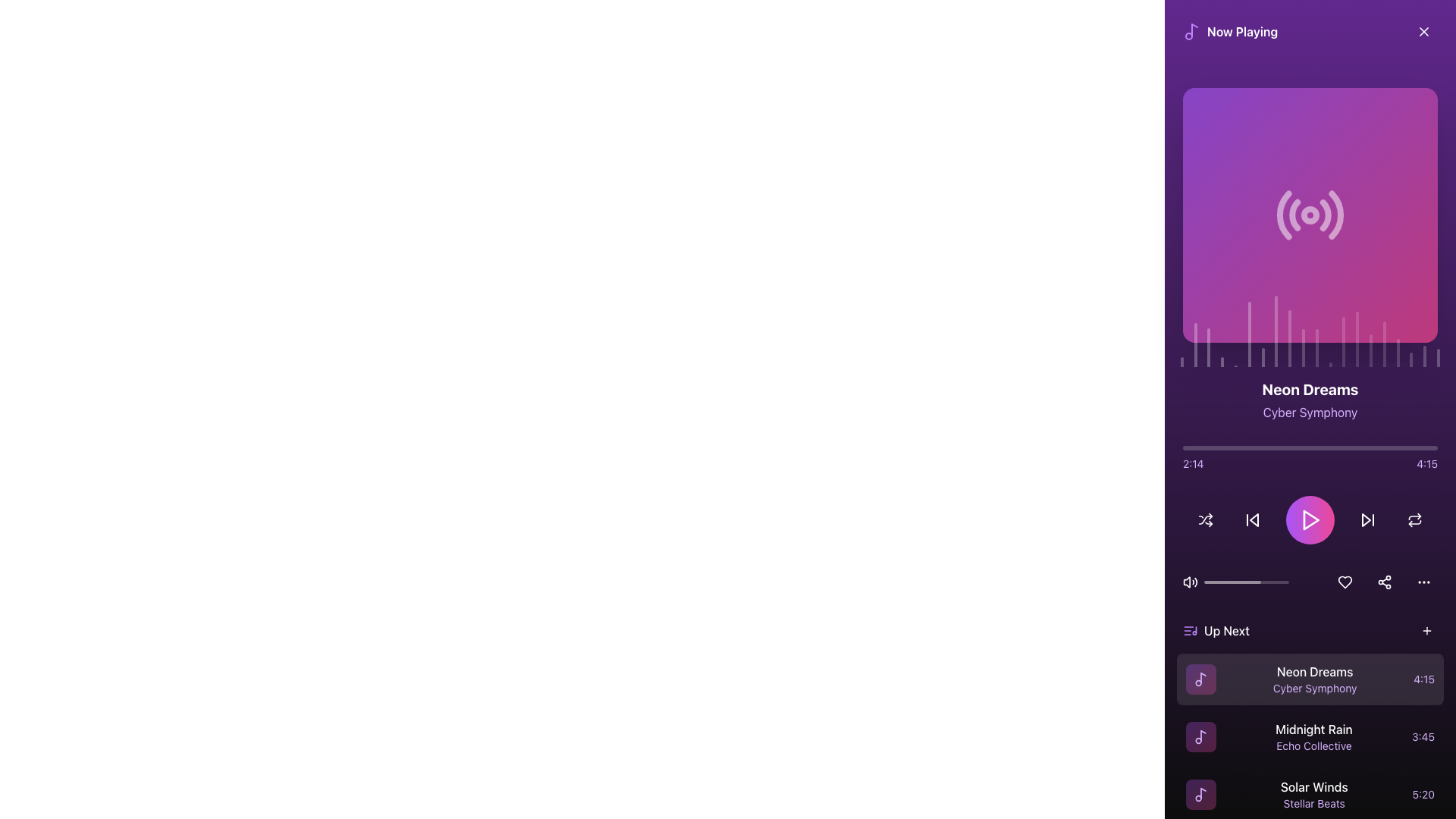 The height and width of the screenshot is (819, 1456). I want to click on the circular button with a gradient from purple, so click(1310, 519).